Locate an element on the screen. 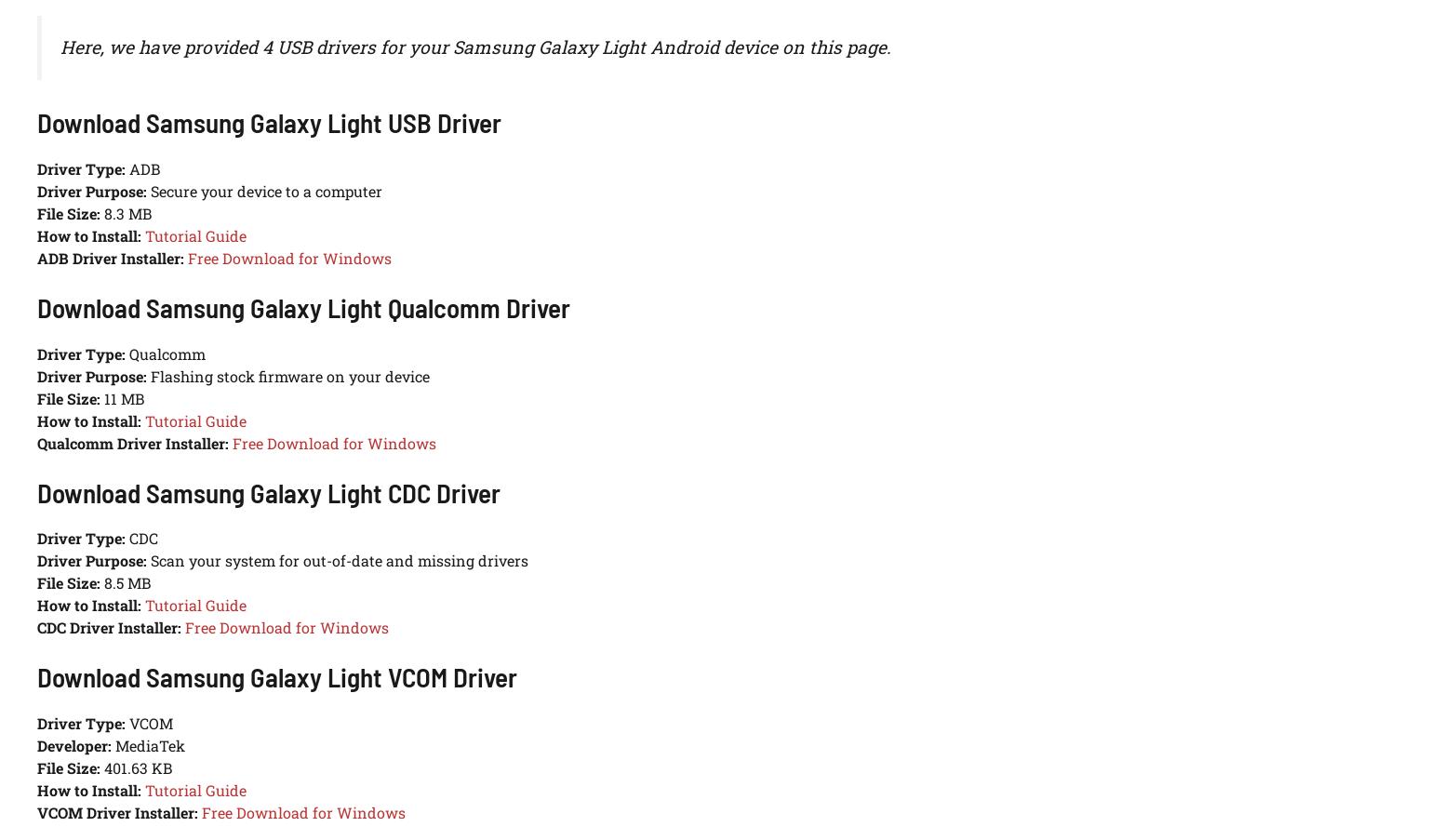 This screenshot has width=1442, height=840. 'Download Samsung Galaxy Light Qualcomm Driver' is located at coordinates (302, 306).